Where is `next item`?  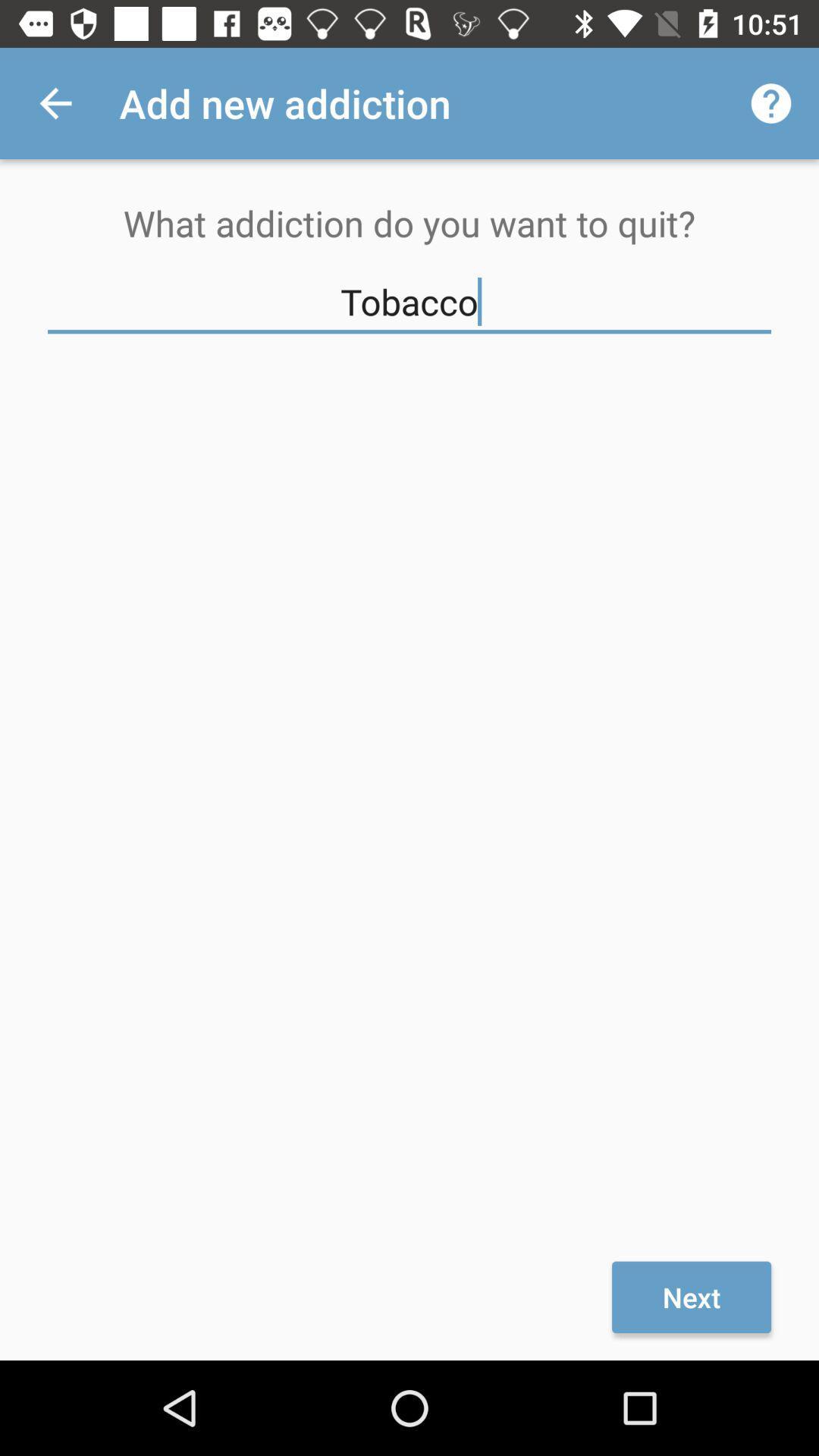
next item is located at coordinates (691, 1296).